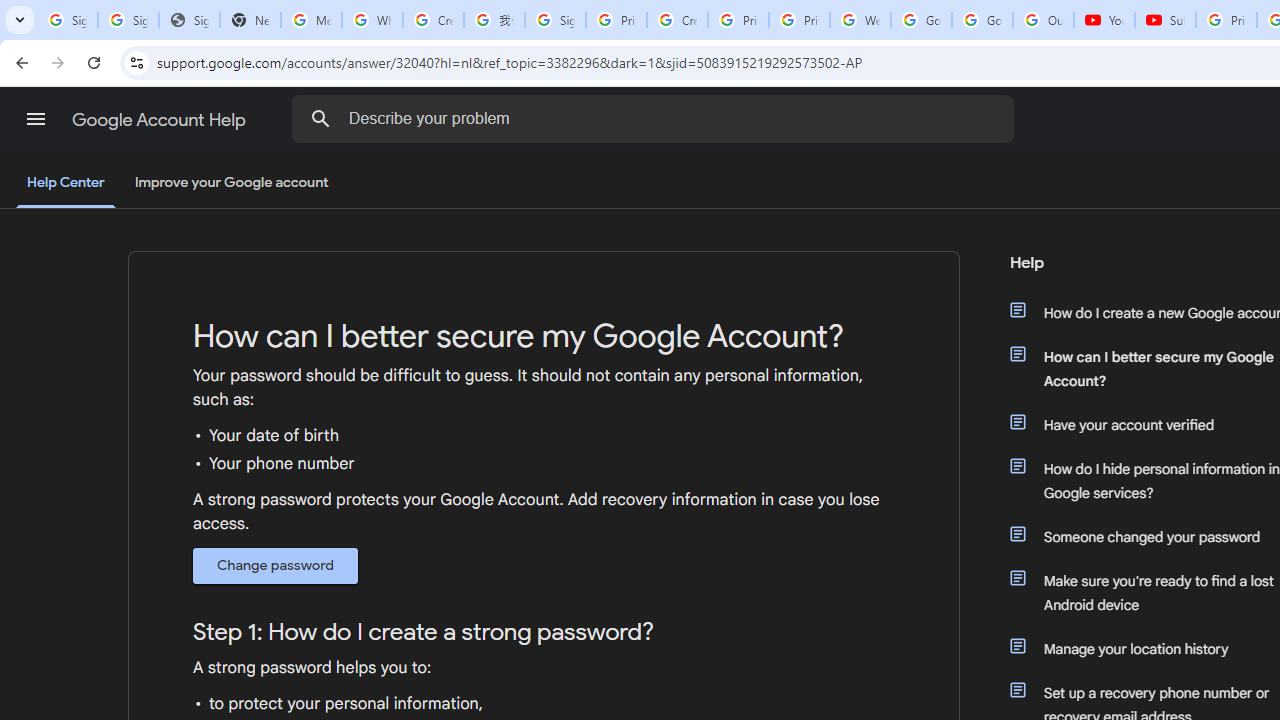 The image size is (1280, 720). What do you see at coordinates (372, 20) in the screenshot?
I see `'Who is my administrator? - Google Account Help'` at bounding box center [372, 20].